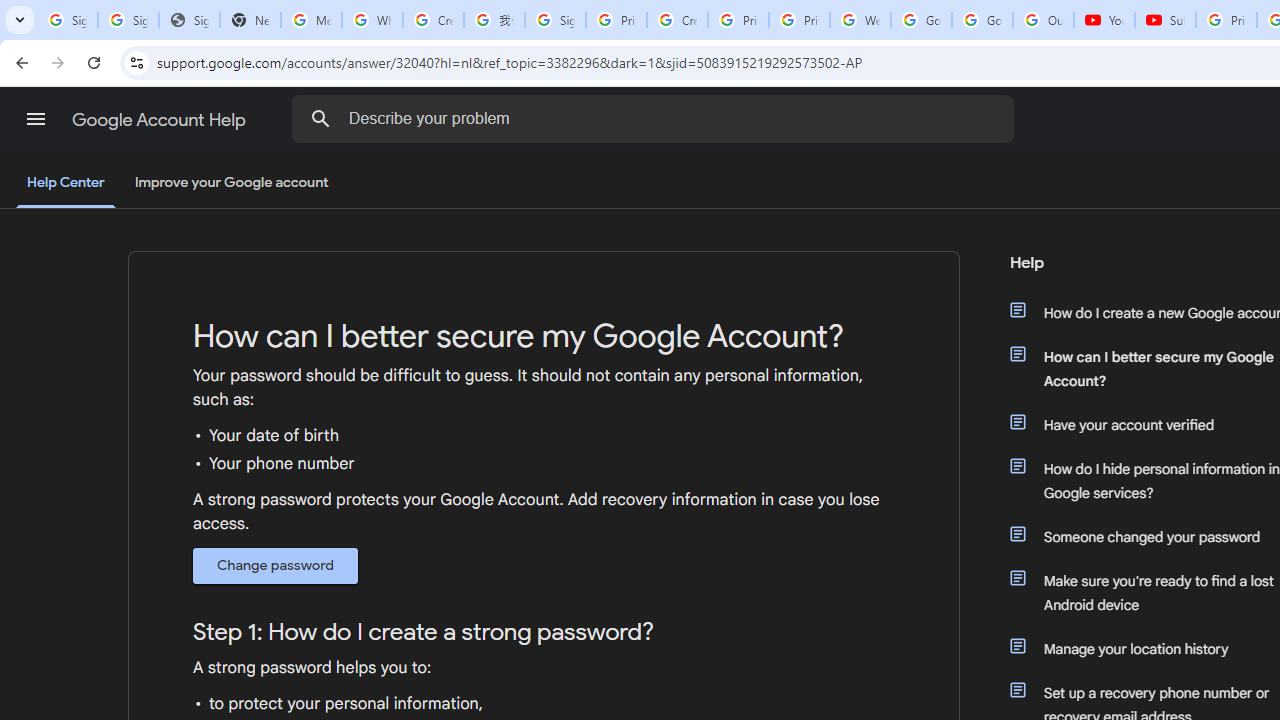 The image size is (1280, 720). What do you see at coordinates (372, 20) in the screenshot?
I see `'Who is my administrator? - Google Account Help'` at bounding box center [372, 20].